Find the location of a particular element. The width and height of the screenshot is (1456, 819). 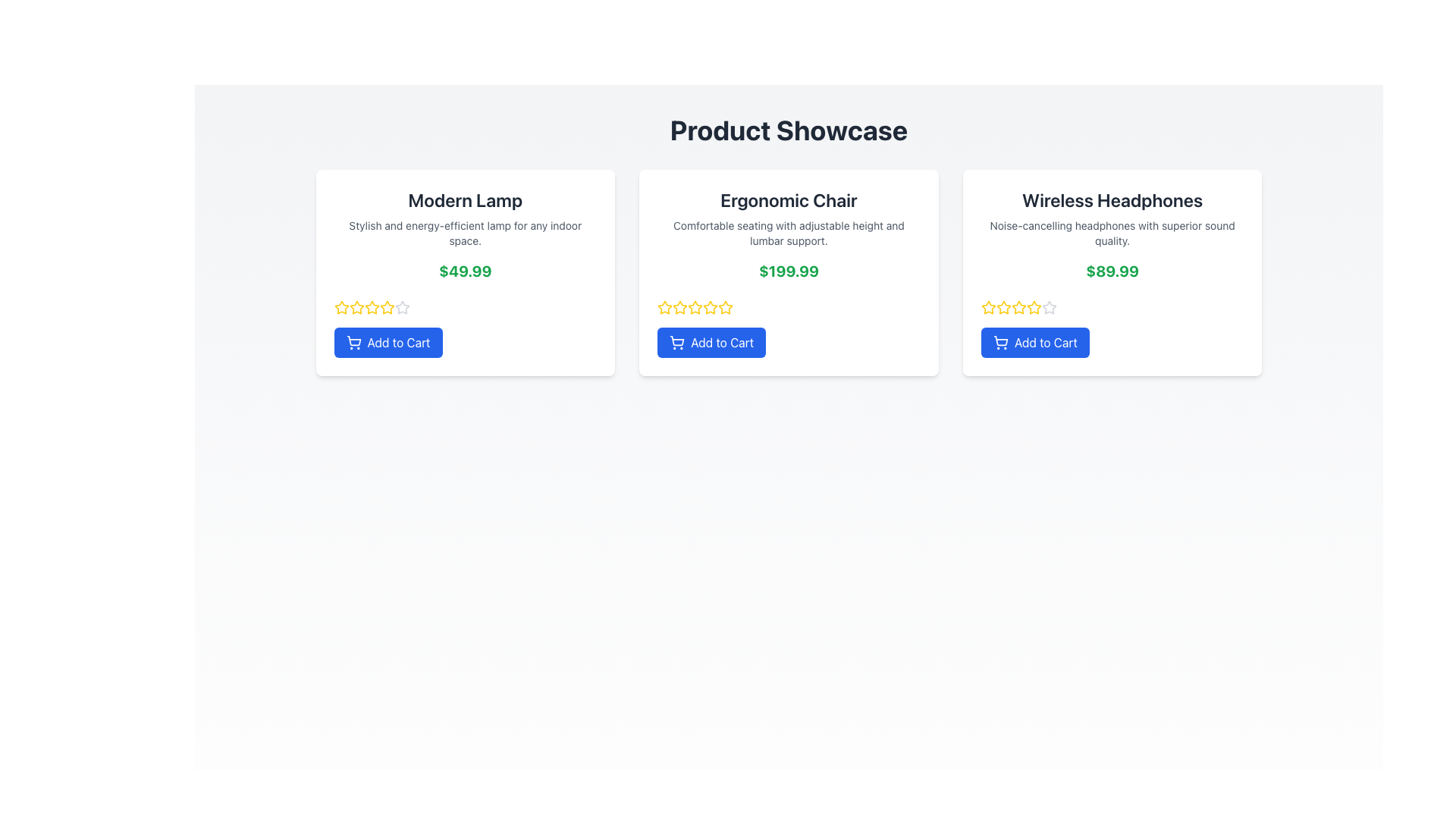

the text label displaying 'Ergonomic Chair', which is bold, dark gray, and prominently placed at the top of the middle product card is located at coordinates (789, 199).